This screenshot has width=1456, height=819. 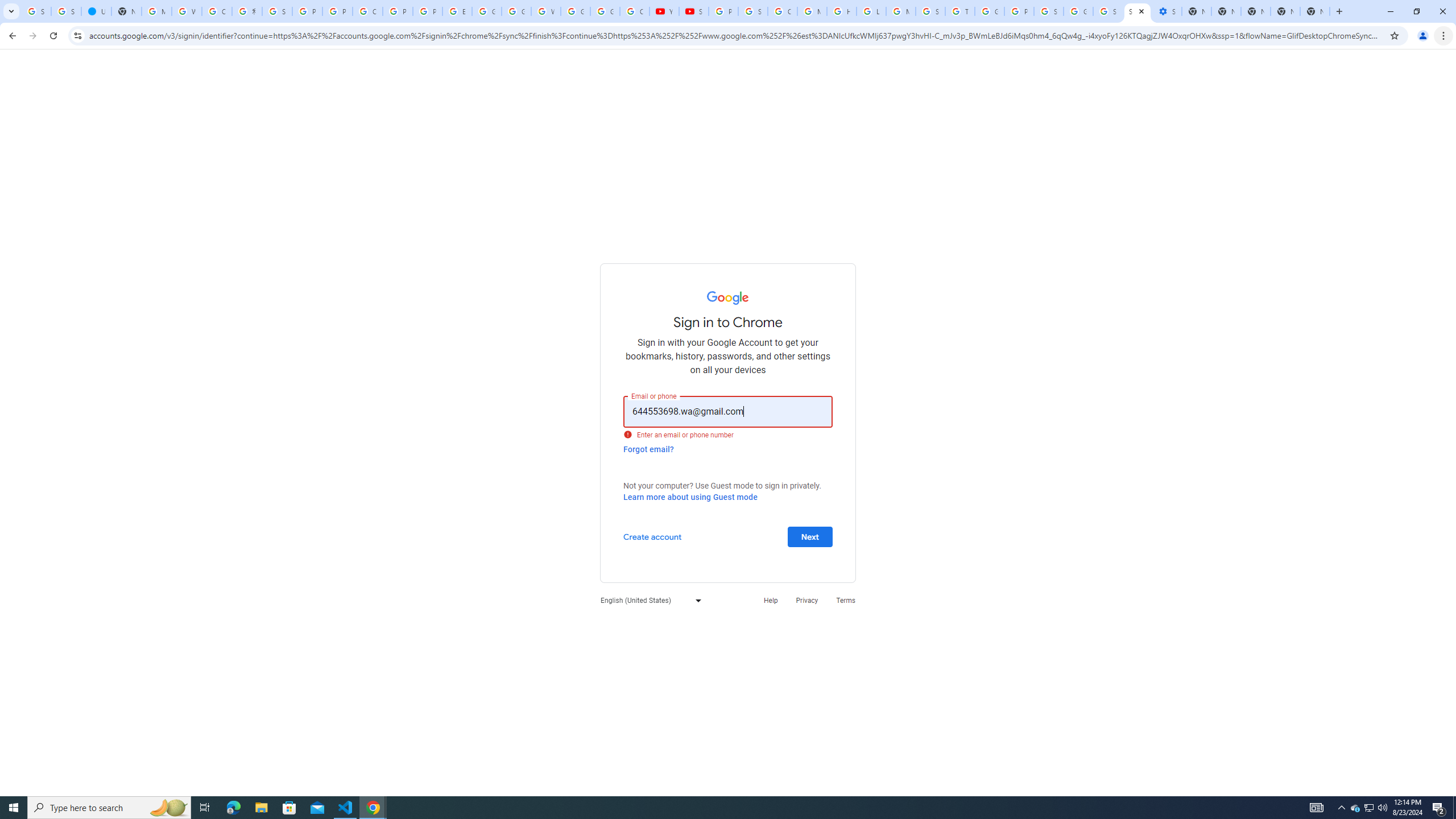 What do you see at coordinates (809, 536) in the screenshot?
I see `'Next'` at bounding box center [809, 536].